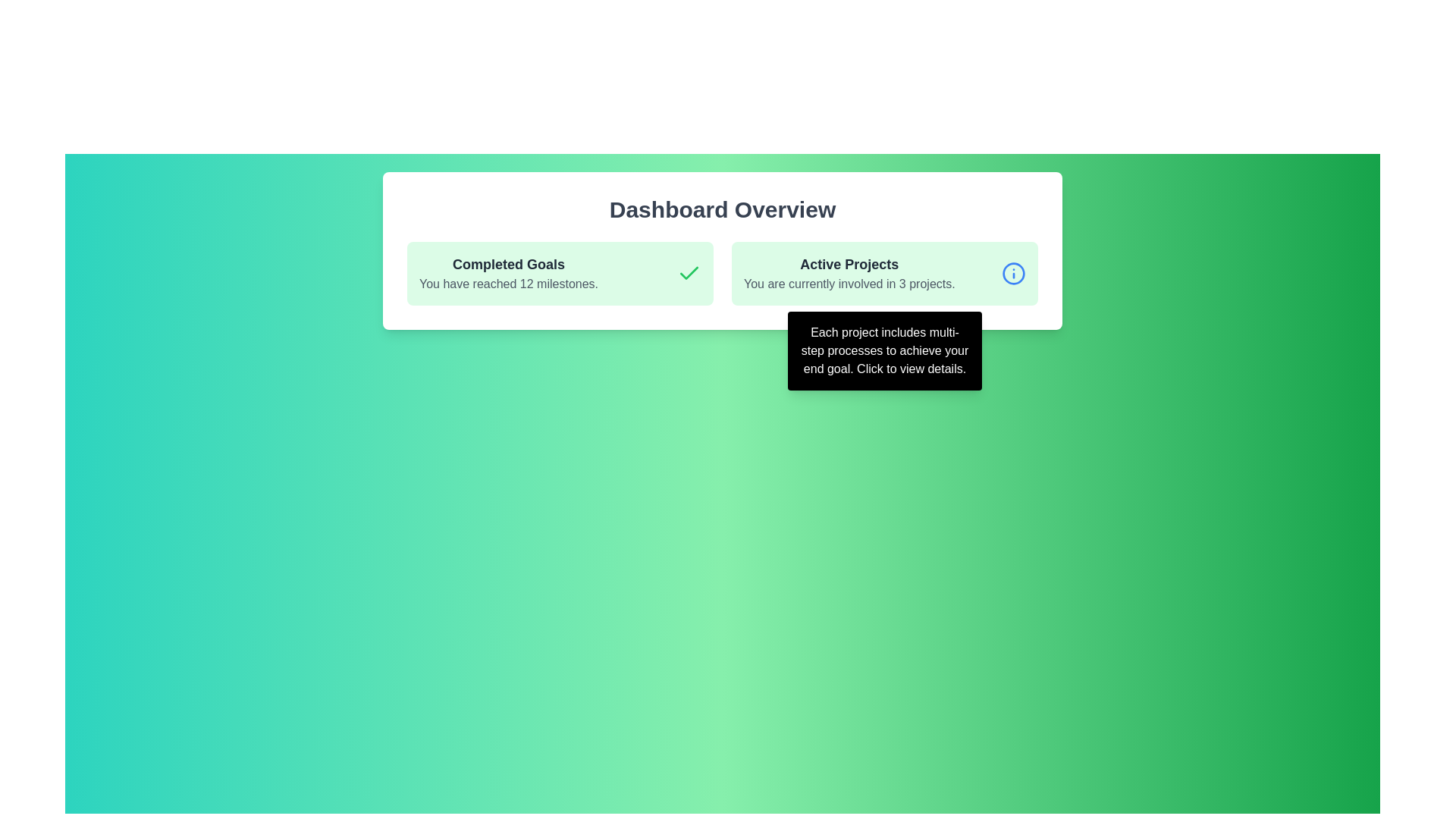 The width and height of the screenshot is (1456, 819). What do you see at coordinates (849, 284) in the screenshot?
I see `text label that states 'You are currently involved in 3 projects.' which is styled in a subtle gray font and located below the heading 'Active Projects.' in the top-right section of the layout` at bounding box center [849, 284].